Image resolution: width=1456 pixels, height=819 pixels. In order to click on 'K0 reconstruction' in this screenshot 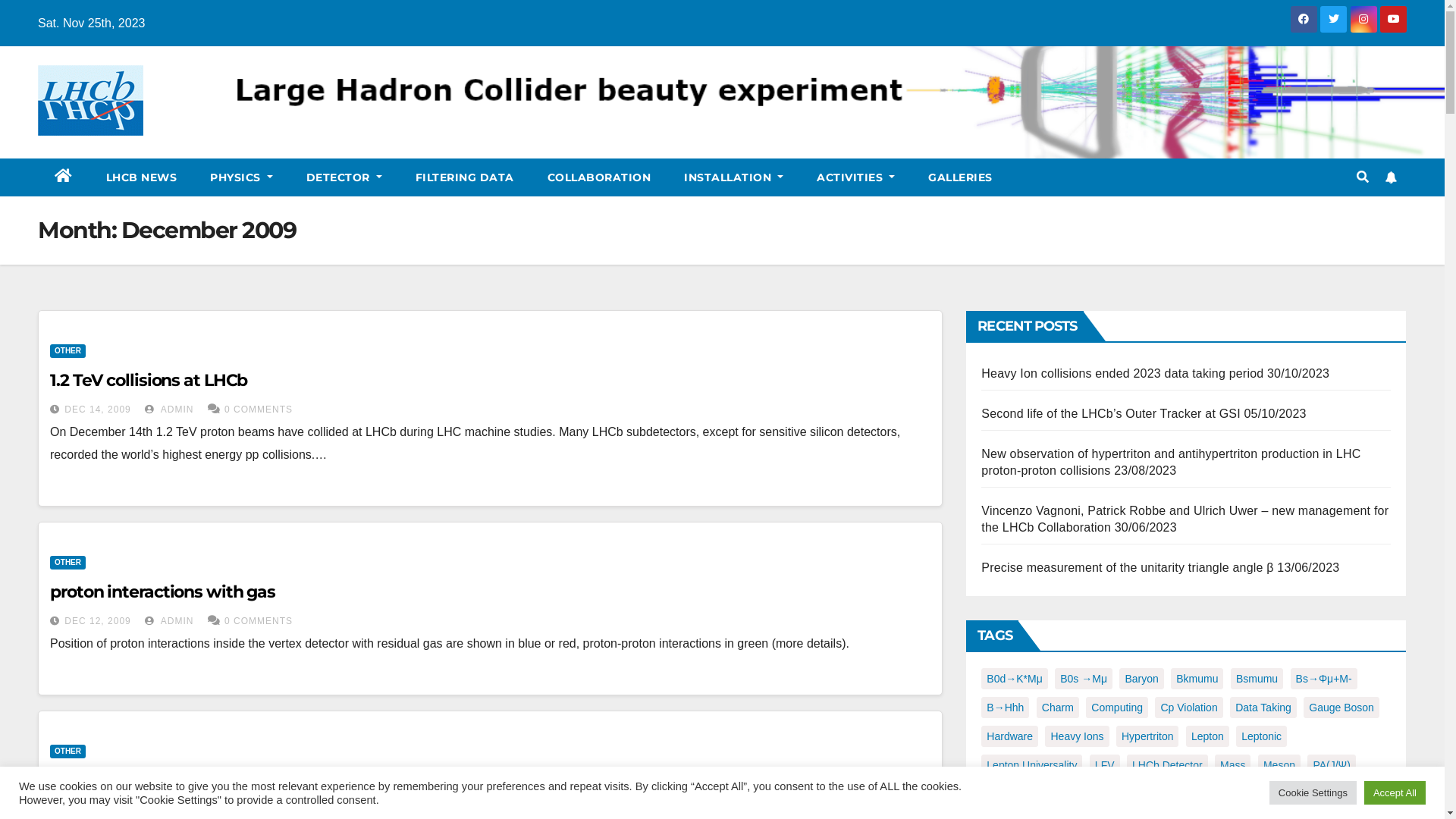, I will do `click(120, 780)`.